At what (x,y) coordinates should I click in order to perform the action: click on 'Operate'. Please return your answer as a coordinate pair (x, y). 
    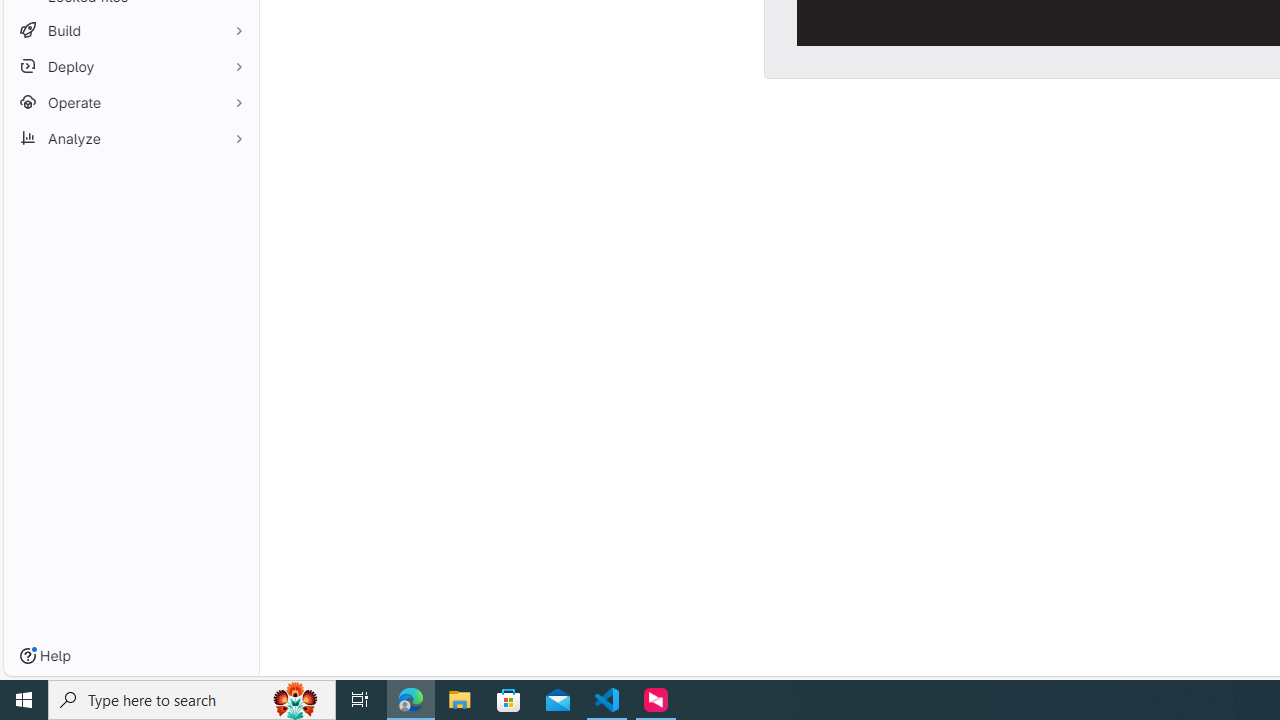
    Looking at the image, I should click on (130, 102).